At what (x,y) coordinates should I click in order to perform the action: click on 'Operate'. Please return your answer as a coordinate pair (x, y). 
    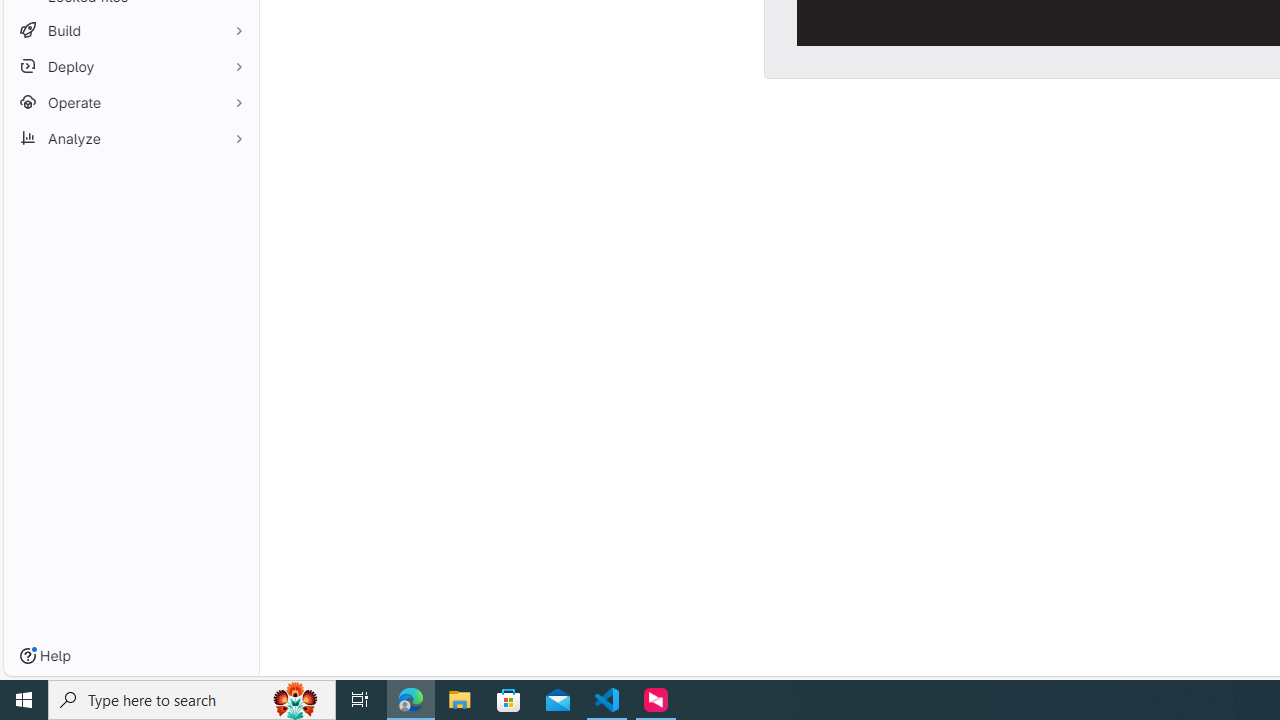
    Looking at the image, I should click on (130, 102).